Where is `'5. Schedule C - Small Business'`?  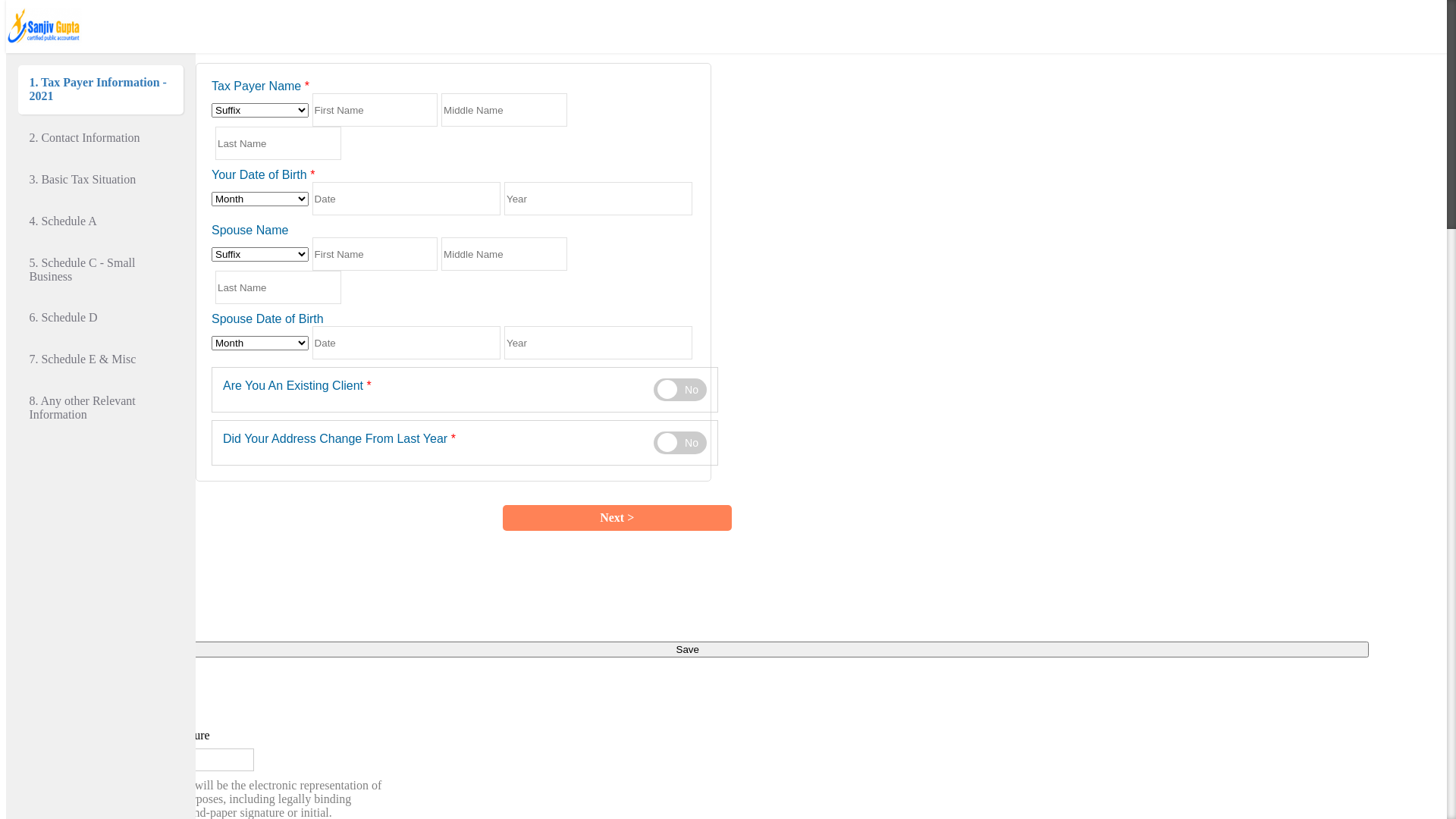
'5. Schedule C - Small Business' is located at coordinates (100, 268).